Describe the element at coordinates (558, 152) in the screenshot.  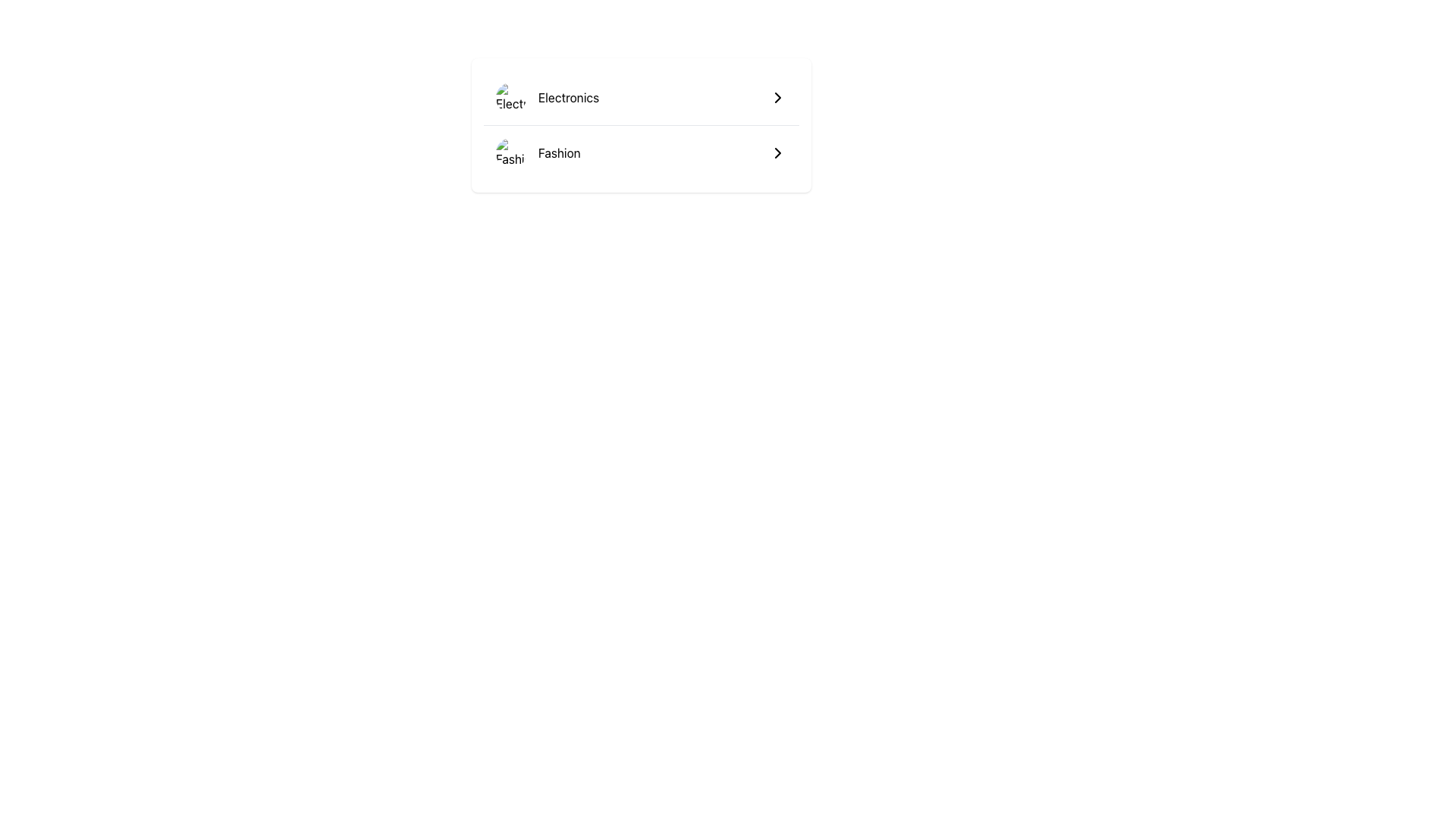
I see `the text label that serves as a category name in the vertical list menu, positioned as the second item next to an icon` at that location.